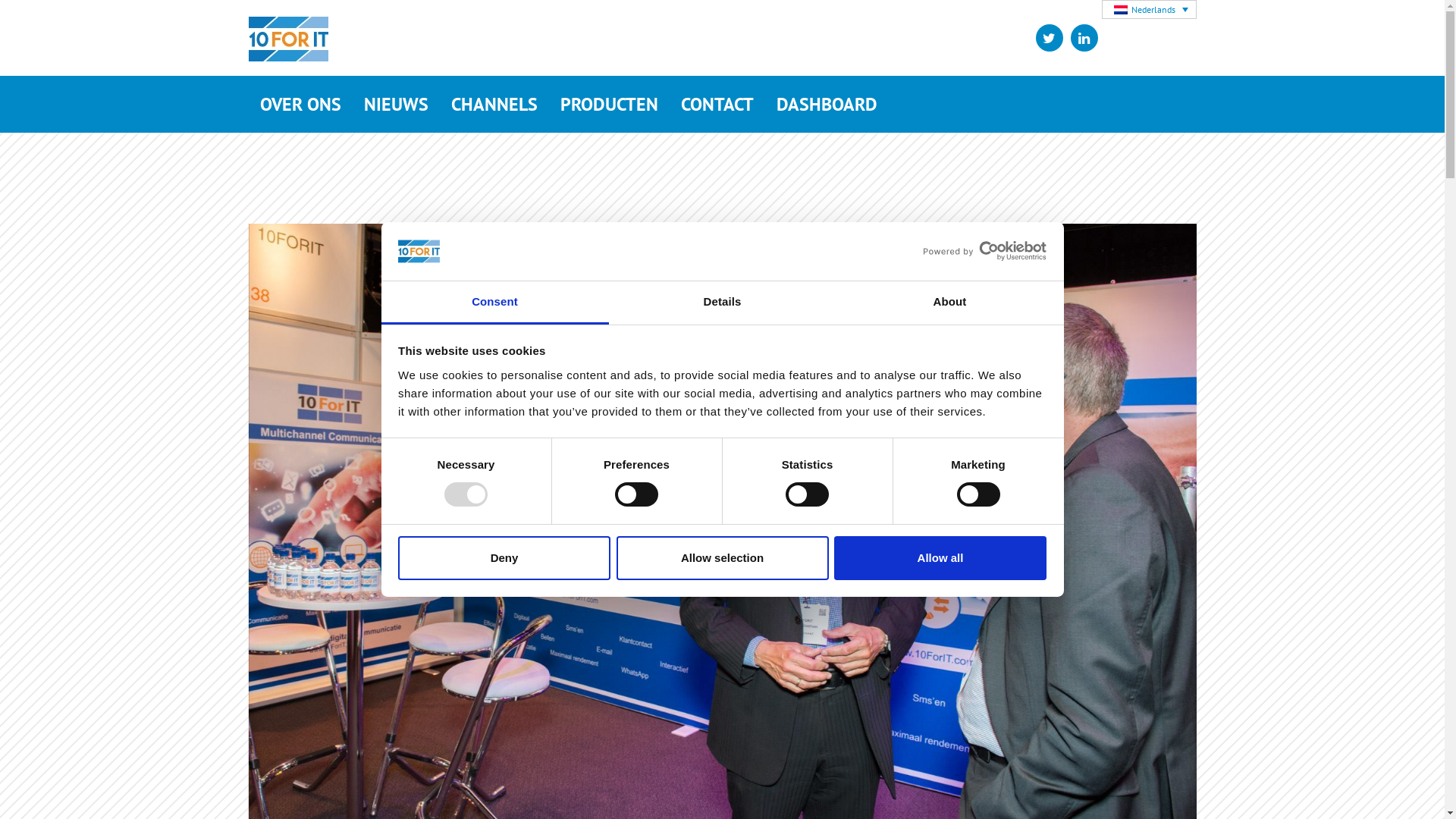 The height and width of the screenshot is (819, 1456). Describe the element at coordinates (494, 303) in the screenshot. I see `'Consent'` at that location.